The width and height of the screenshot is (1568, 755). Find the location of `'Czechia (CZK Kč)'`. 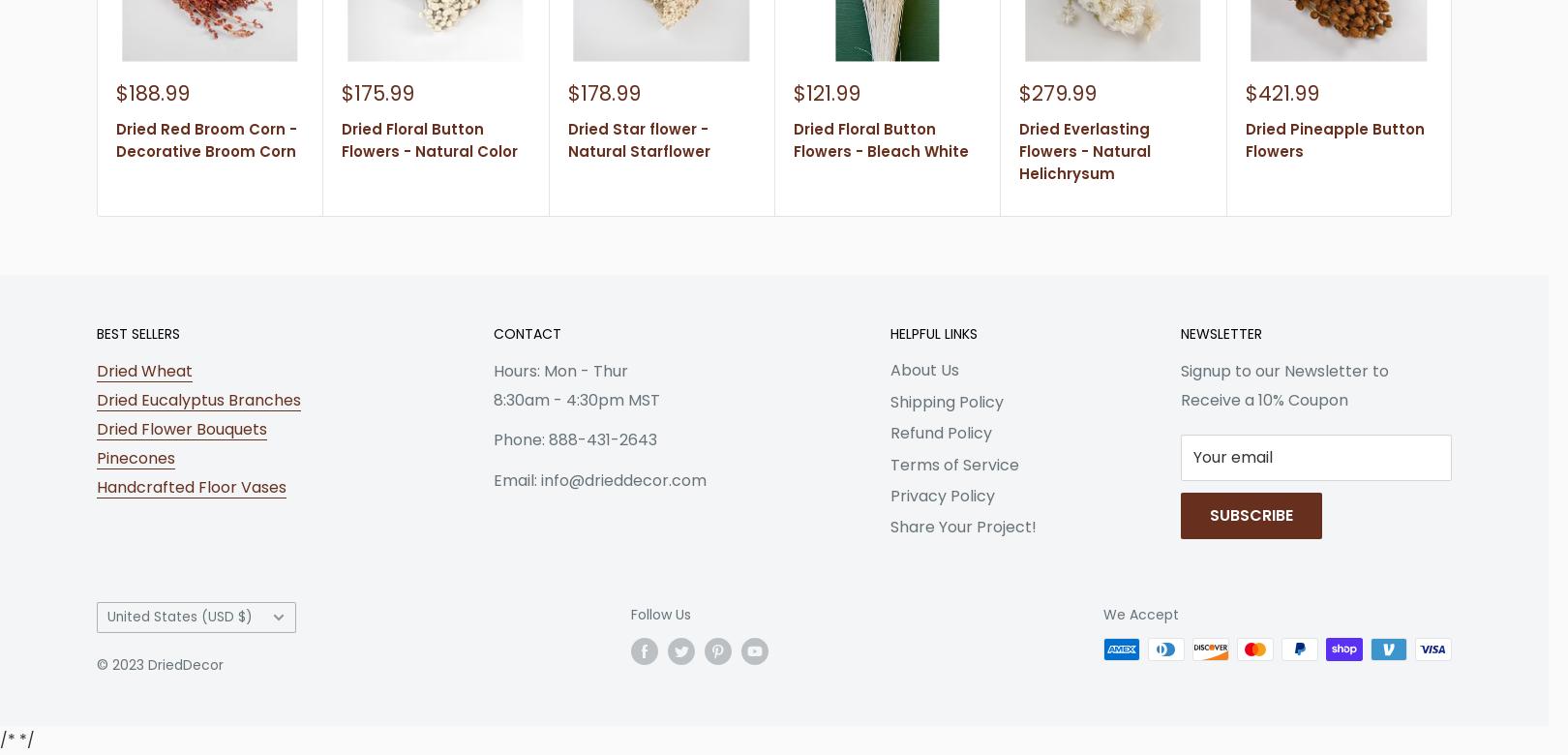

'Czechia (CZK Kč)' is located at coordinates (145, 439).